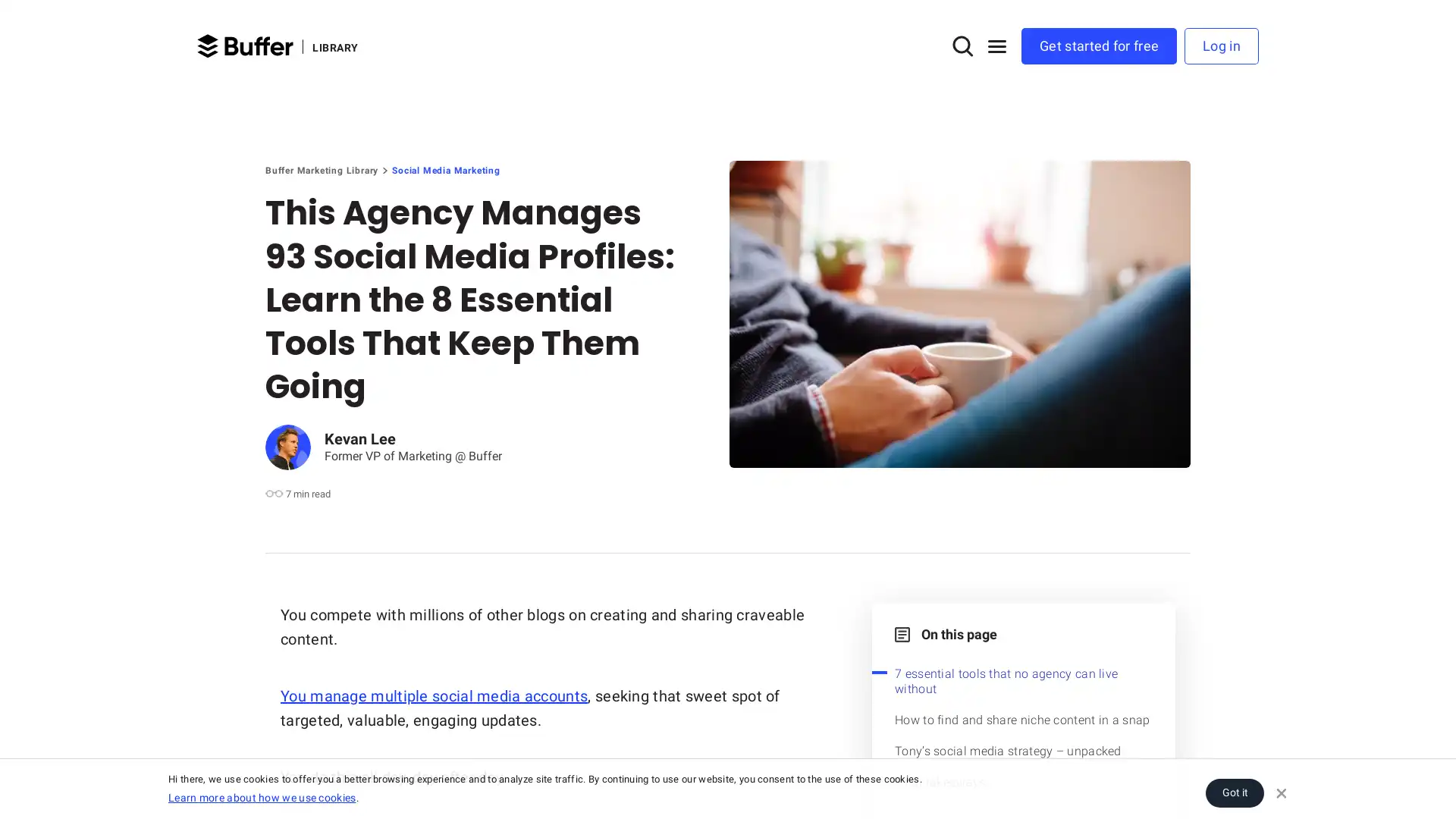 The height and width of the screenshot is (819, 1456). I want to click on Get started for free, so click(1099, 45).